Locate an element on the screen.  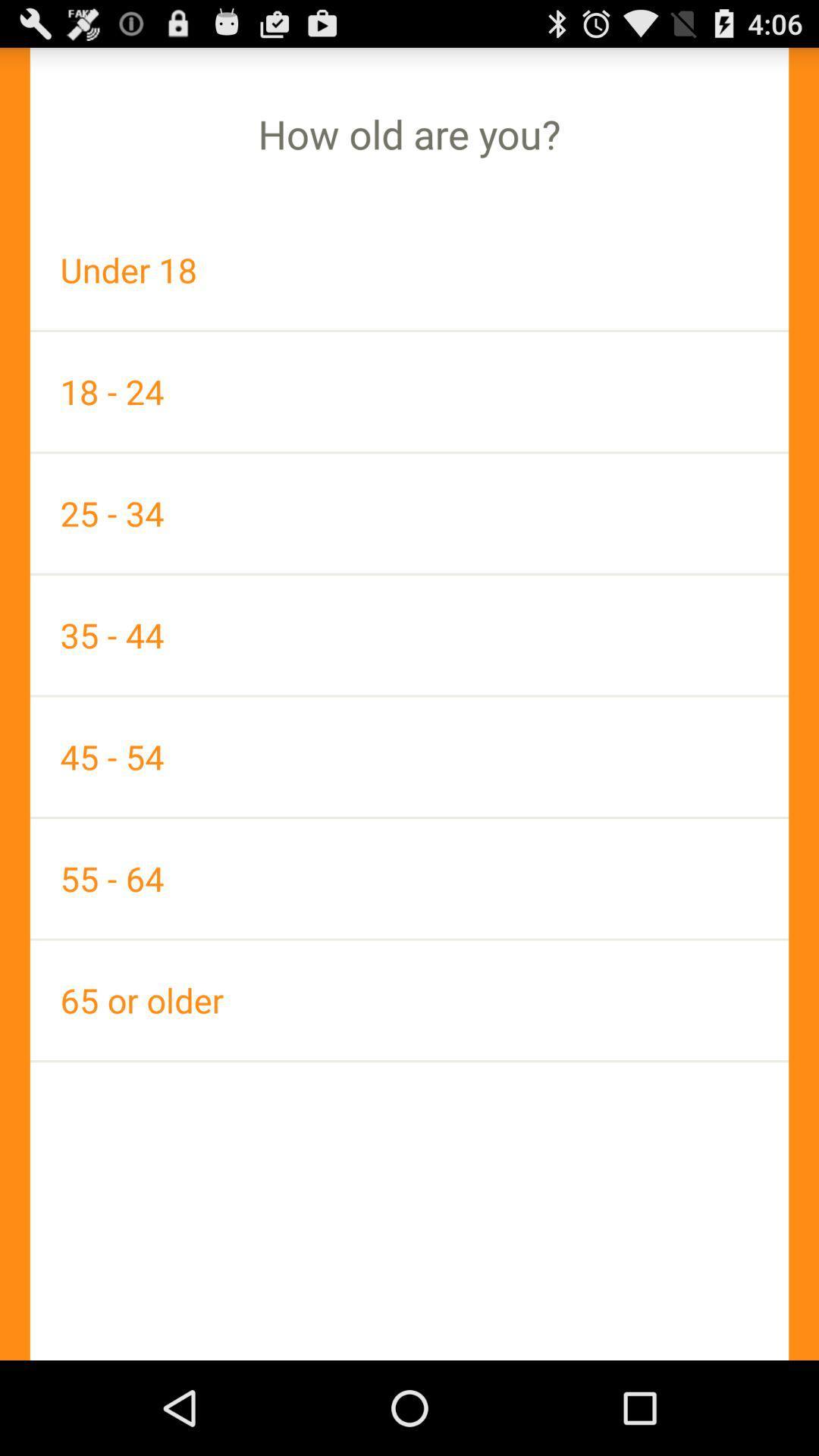
the icon above 35 - 44 item is located at coordinates (409, 513).